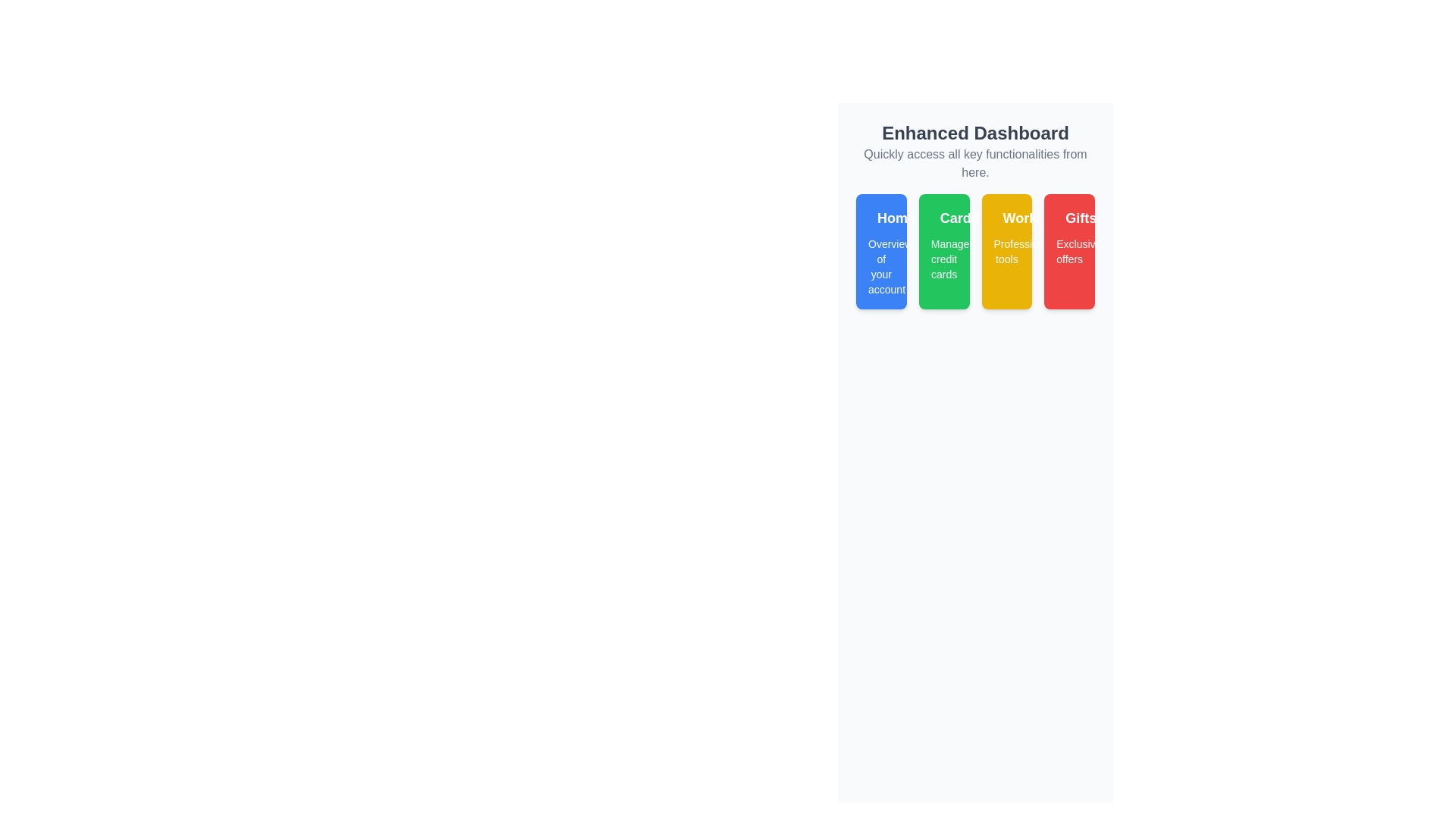 This screenshot has height=819, width=1456. I want to click on the label indicating the functionality of the associated 'Cards' button, so click(959, 218).